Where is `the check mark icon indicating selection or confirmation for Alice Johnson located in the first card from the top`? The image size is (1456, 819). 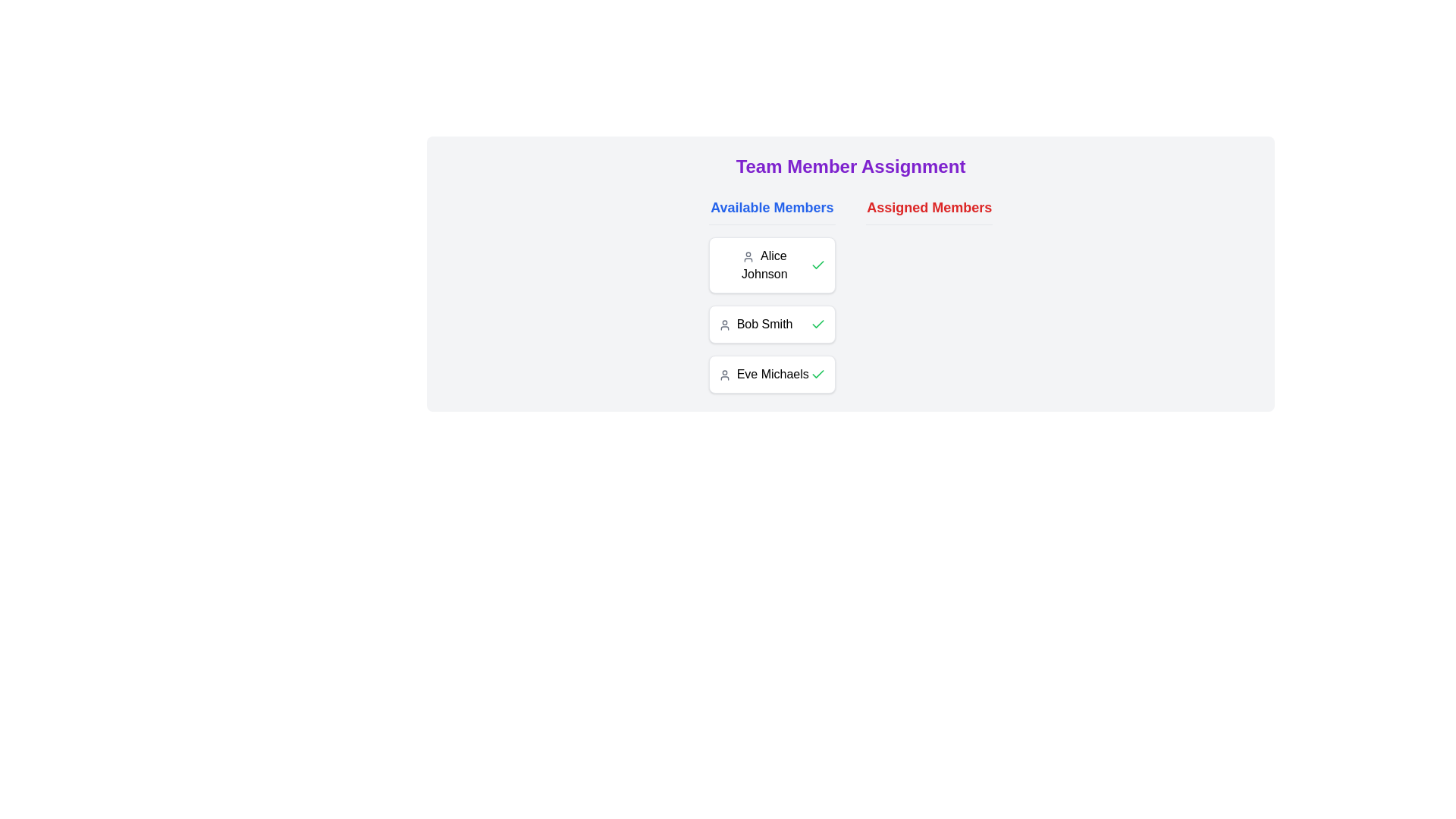
the check mark icon indicating selection or confirmation for Alice Johnson located in the first card from the top is located at coordinates (817, 265).